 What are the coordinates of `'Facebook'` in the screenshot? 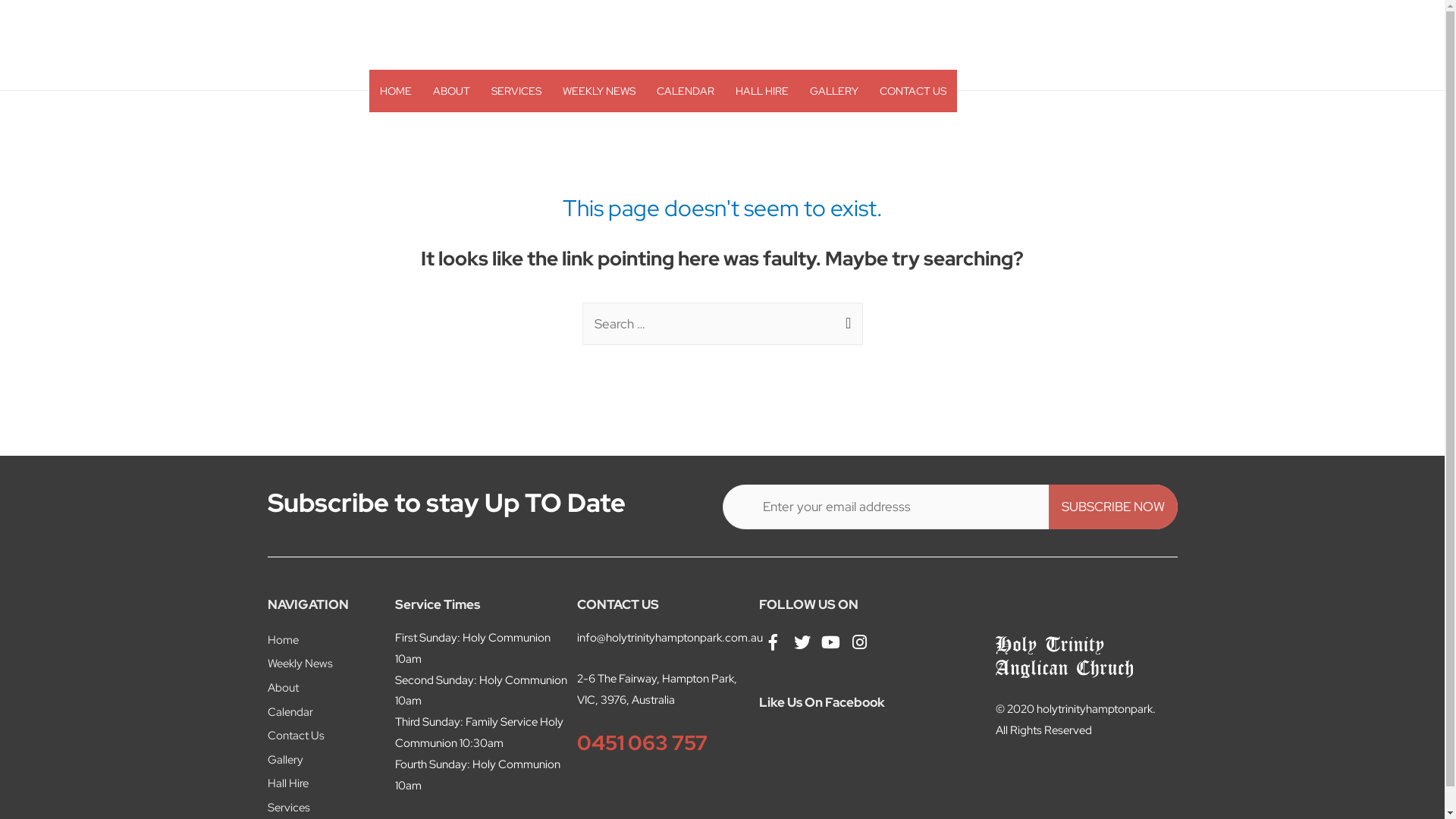 It's located at (760, 642).